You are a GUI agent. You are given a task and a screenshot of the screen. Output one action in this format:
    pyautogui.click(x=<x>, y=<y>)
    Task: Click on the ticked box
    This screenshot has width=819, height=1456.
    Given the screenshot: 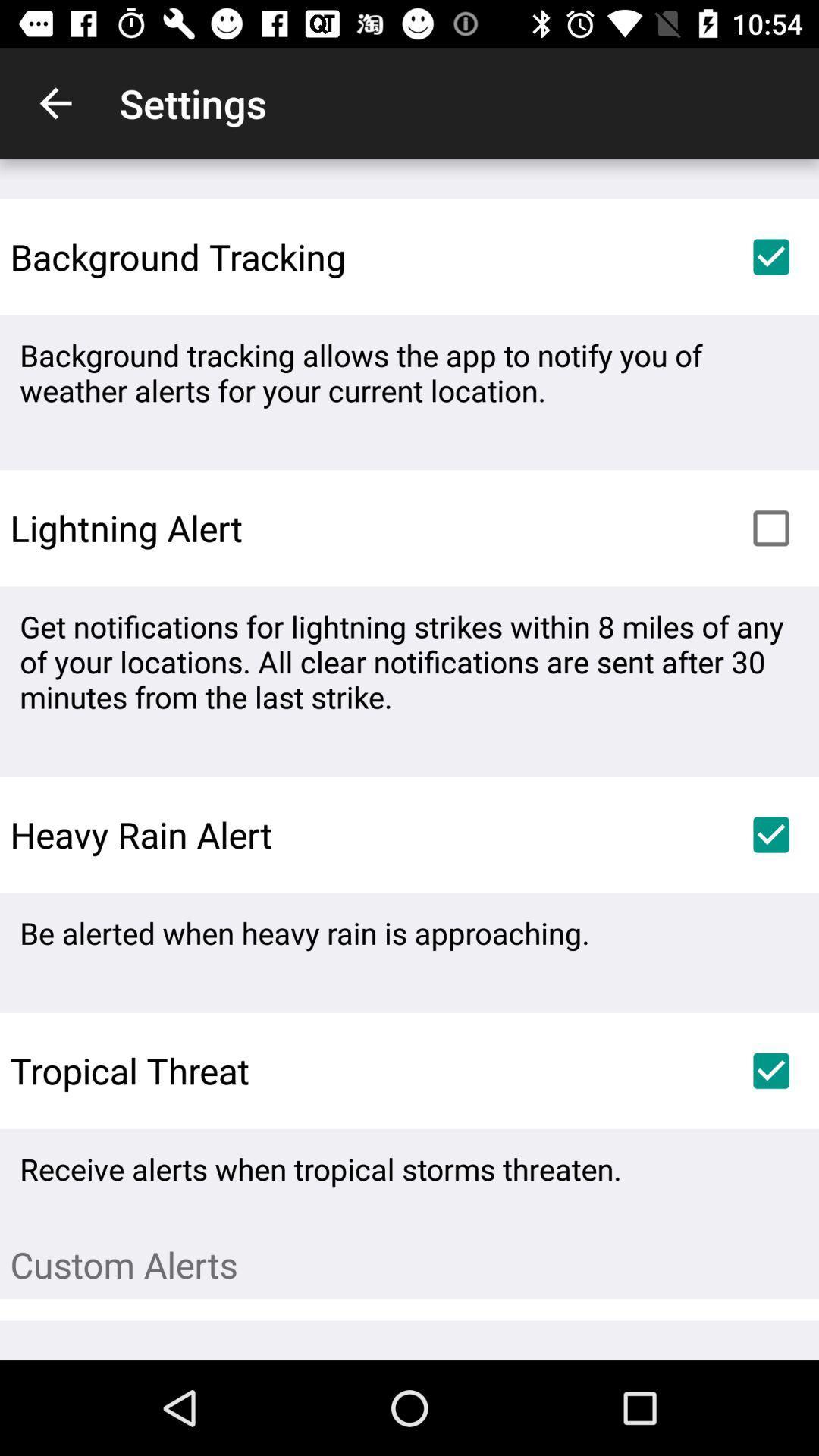 What is the action you would take?
    pyautogui.click(x=771, y=1070)
    